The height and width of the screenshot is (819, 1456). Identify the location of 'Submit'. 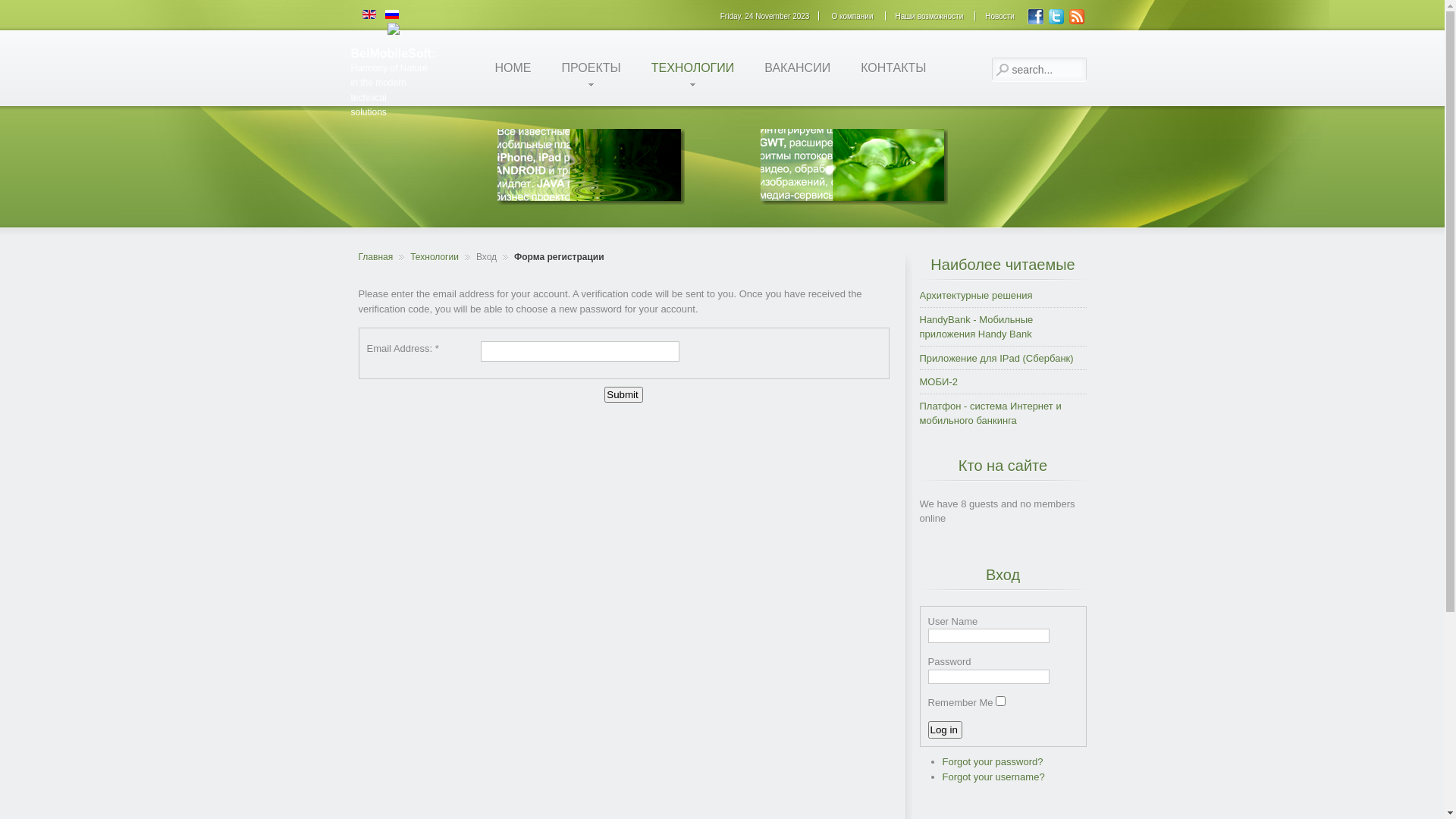
(623, 394).